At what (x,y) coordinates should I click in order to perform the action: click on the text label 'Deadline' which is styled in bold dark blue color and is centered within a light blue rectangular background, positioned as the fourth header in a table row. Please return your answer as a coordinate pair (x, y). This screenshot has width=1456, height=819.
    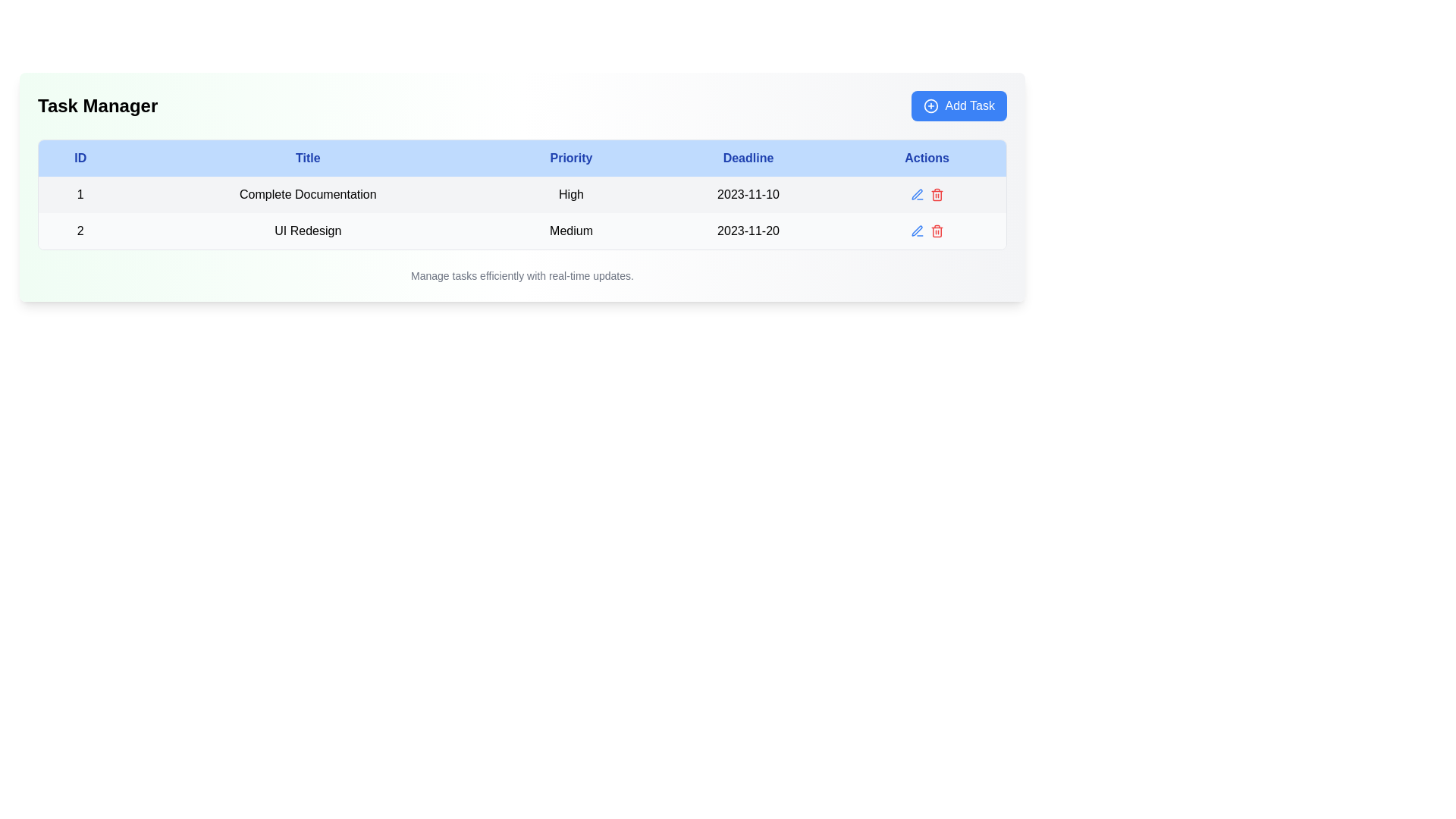
    Looking at the image, I should click on (748, 158).